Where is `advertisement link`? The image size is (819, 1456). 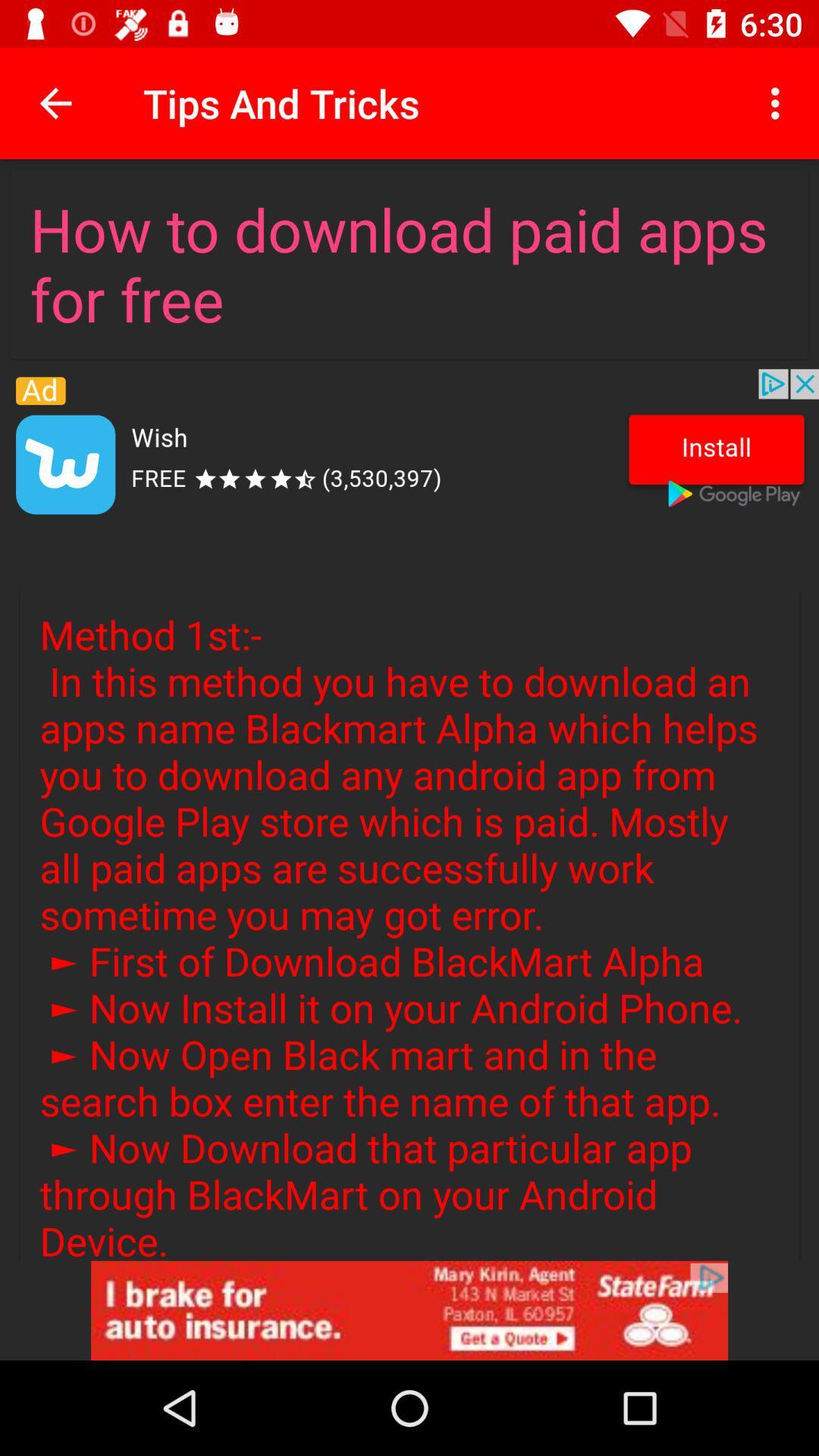
advertisement link is located at coordinates (409, 1310).